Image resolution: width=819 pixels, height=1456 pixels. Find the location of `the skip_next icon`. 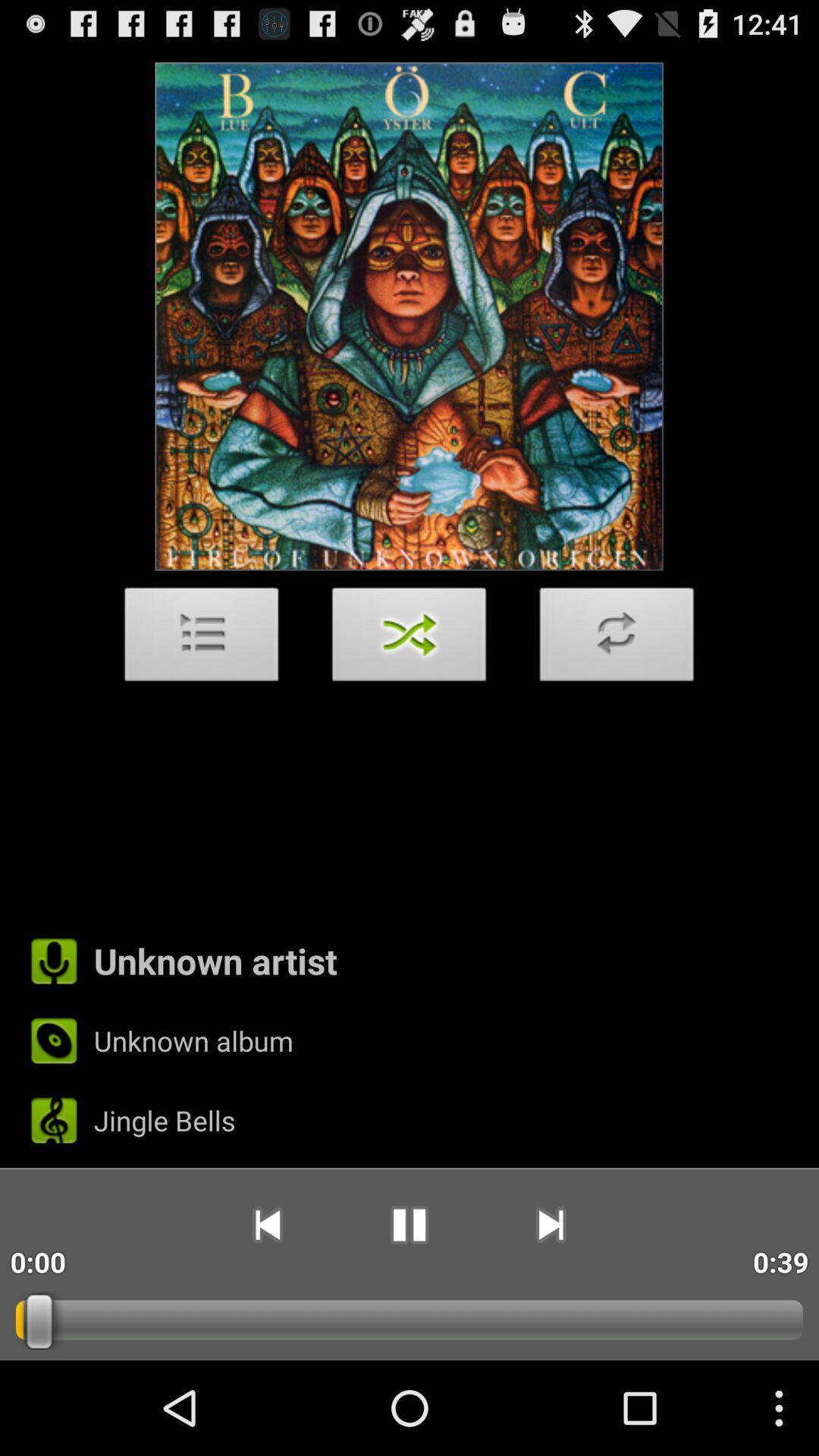

the skip_next icon is located at coordinates (551, 1310).